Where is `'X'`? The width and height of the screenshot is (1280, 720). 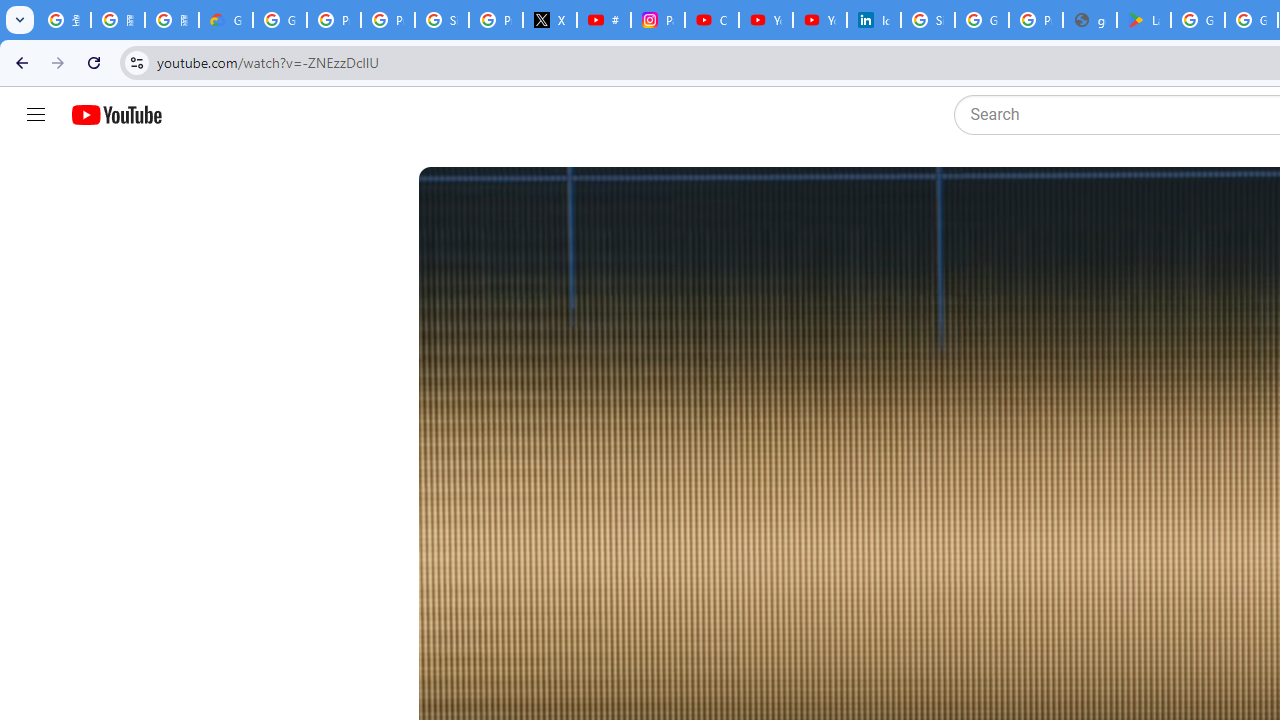 'X' is located at coordinates (550, 20).